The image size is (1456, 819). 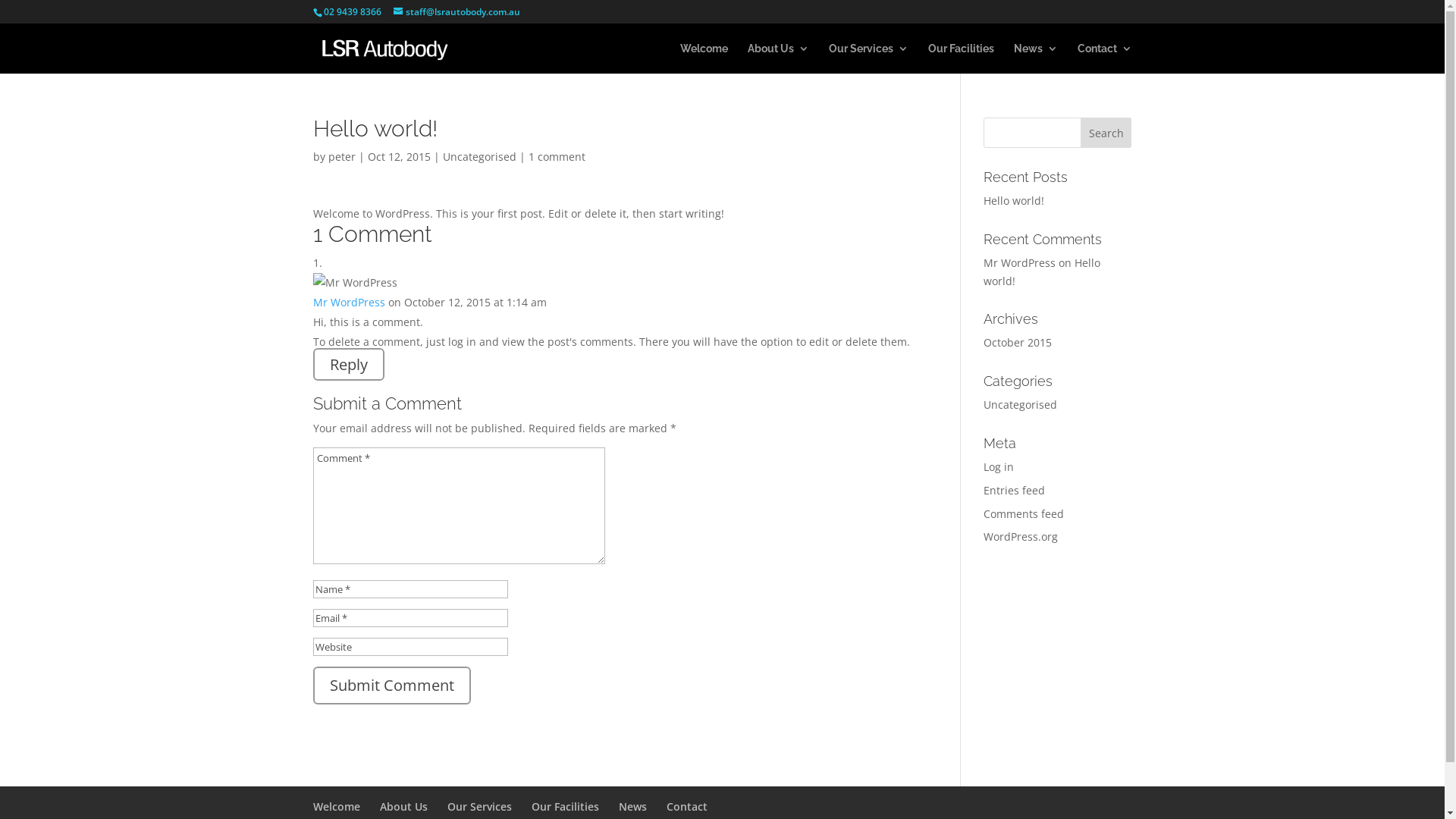 What do you see at coordinates (528, 156) in the screenshot?
I see `'1 comment'` at bounding box center [528, 156].